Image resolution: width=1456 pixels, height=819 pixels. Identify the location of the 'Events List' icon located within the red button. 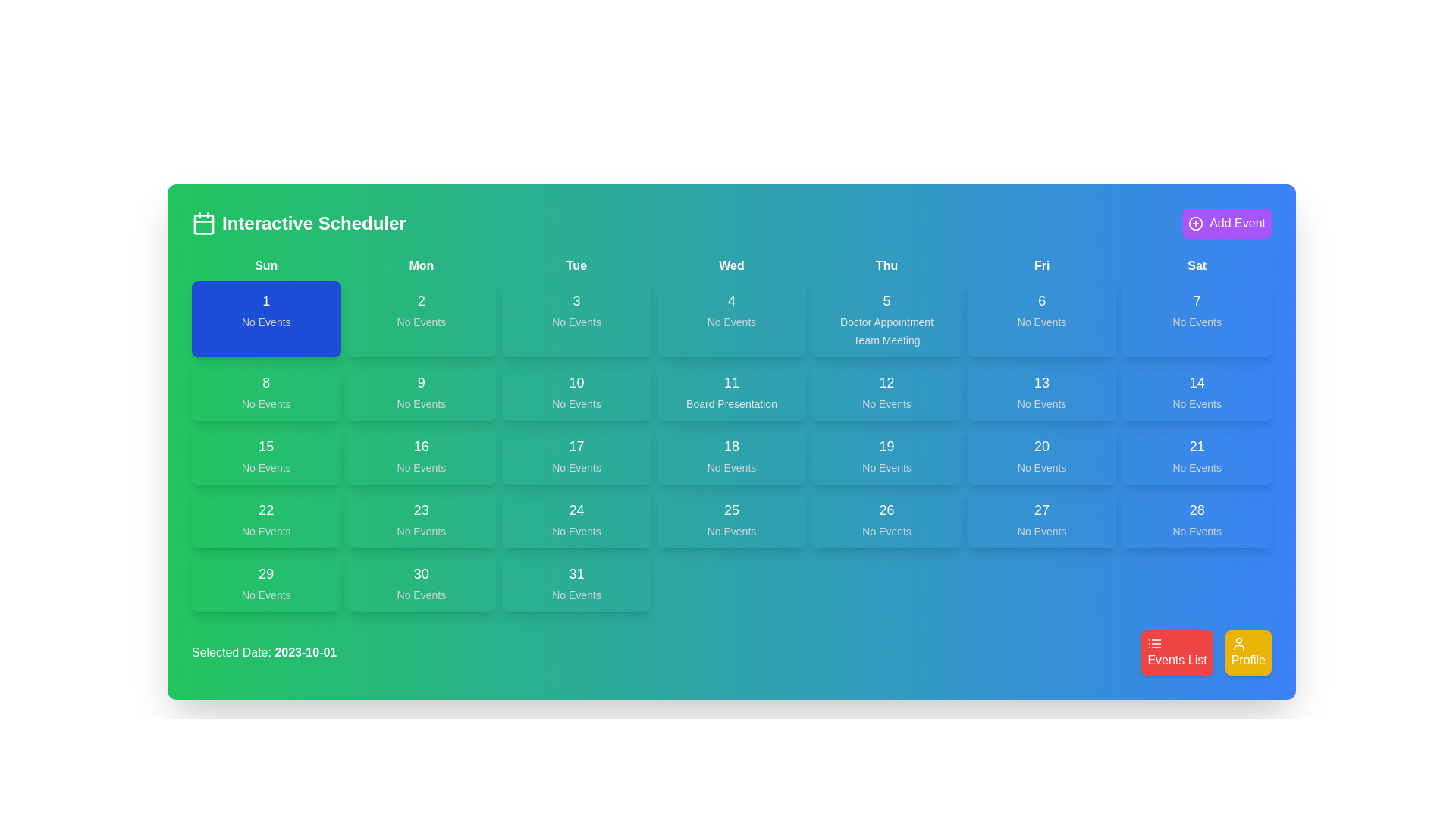
(1154, 643).